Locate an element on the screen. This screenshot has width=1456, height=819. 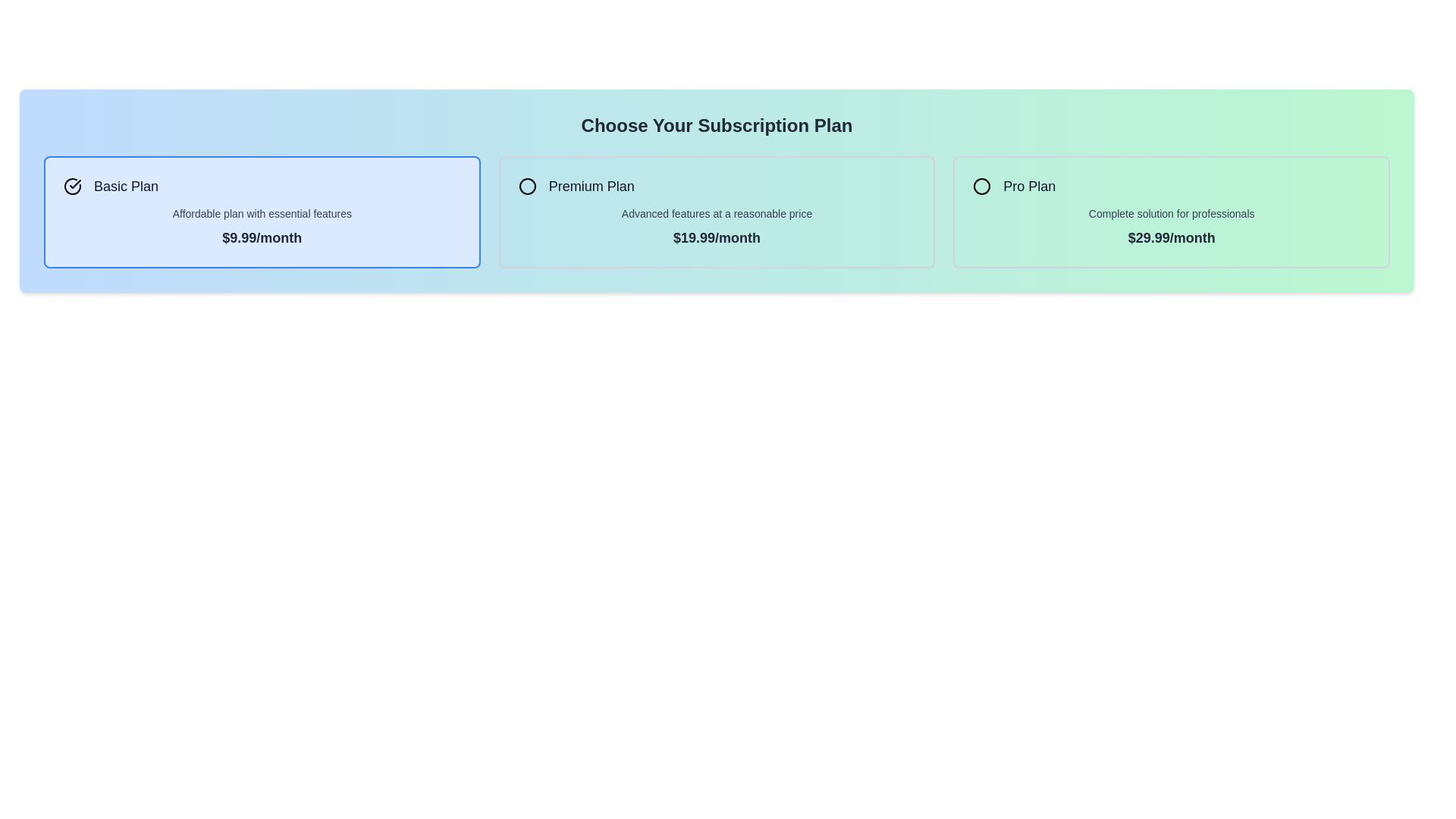
the text element stating 'Complete solution for professionals', which is styled in a smaller gray font and located below the title 'Pro Plan' within the card layout is located at coordinates (1171, 213).